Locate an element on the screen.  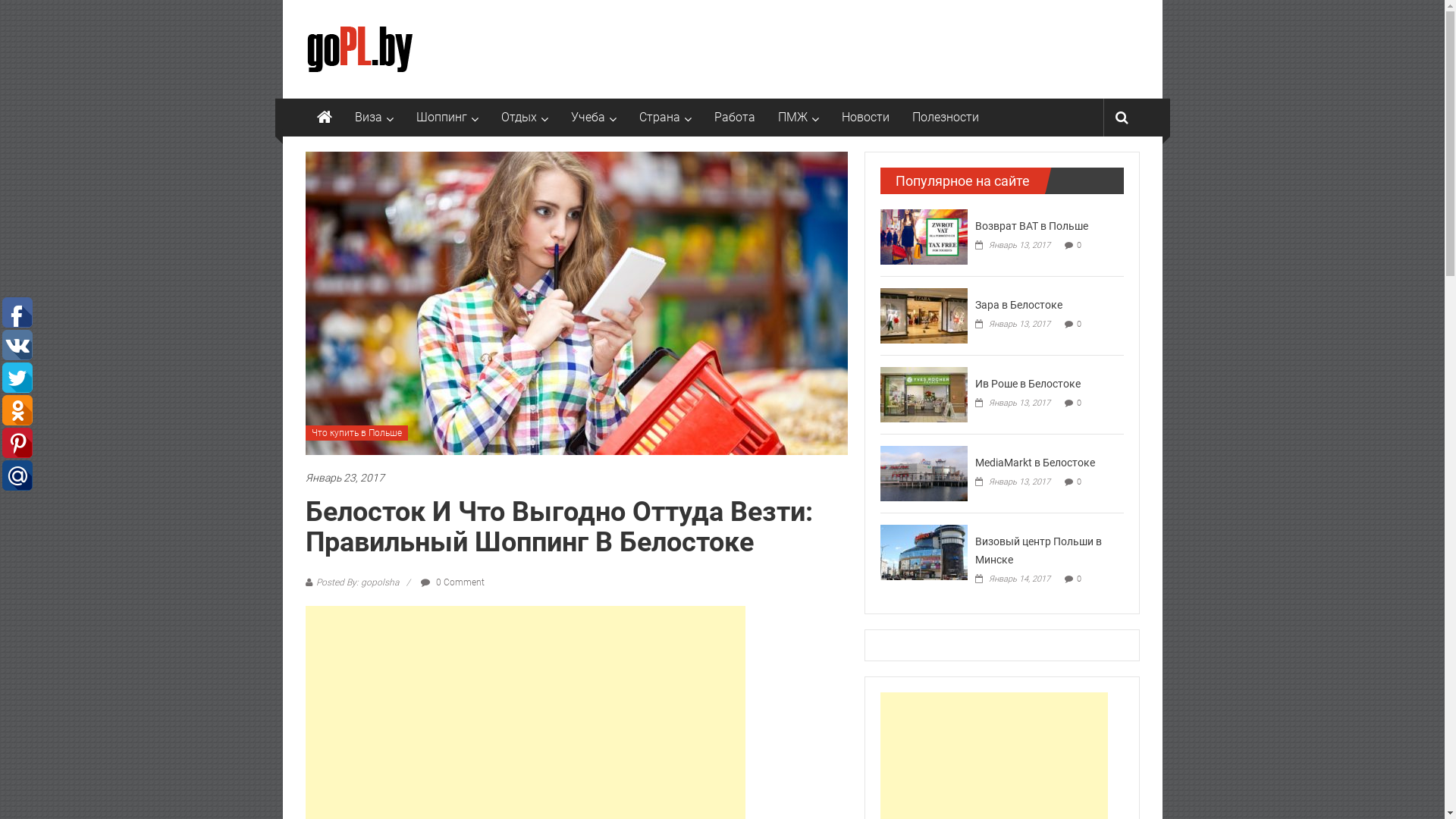
'0' is located at coordinates (1076, 323).